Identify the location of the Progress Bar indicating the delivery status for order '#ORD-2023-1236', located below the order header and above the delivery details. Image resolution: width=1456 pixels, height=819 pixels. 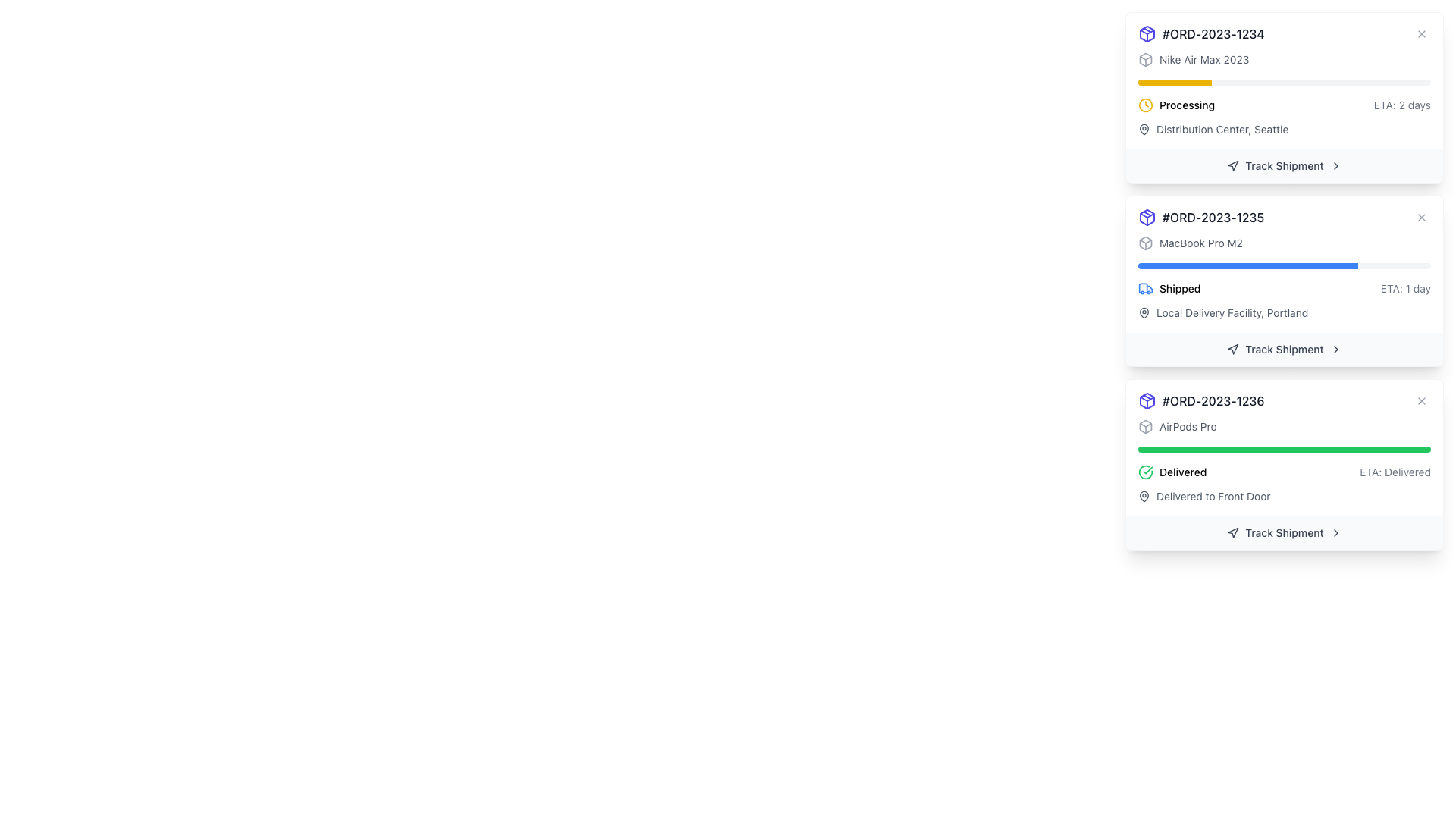
(1284, 447).